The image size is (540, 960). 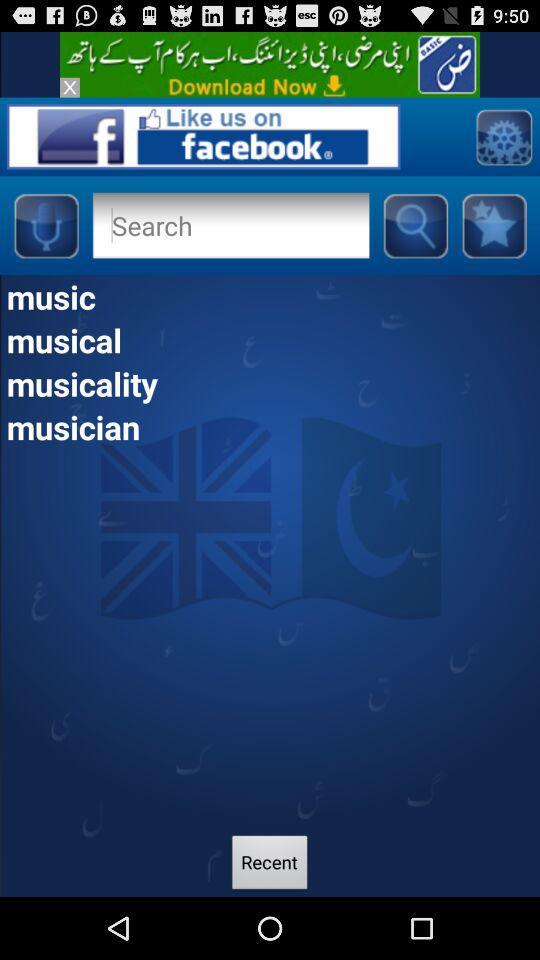 I want to click on the settings icon, so click(x=502, y=145).